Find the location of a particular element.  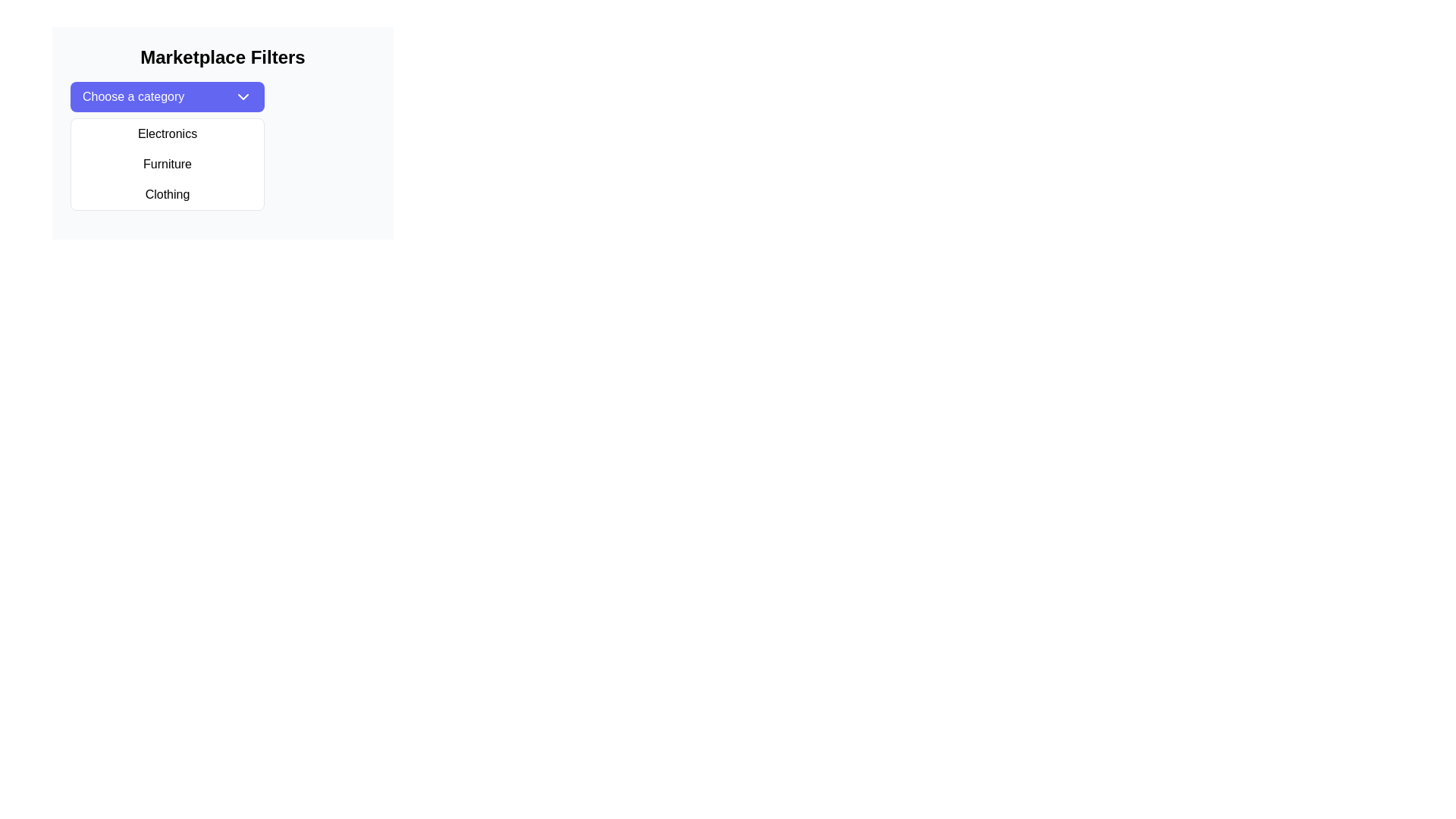

the Dropdown toggle button labeled 'Choose a category' with a blue background, located beneath 'Marketplace Filters' is located at coordinates (167, 96).